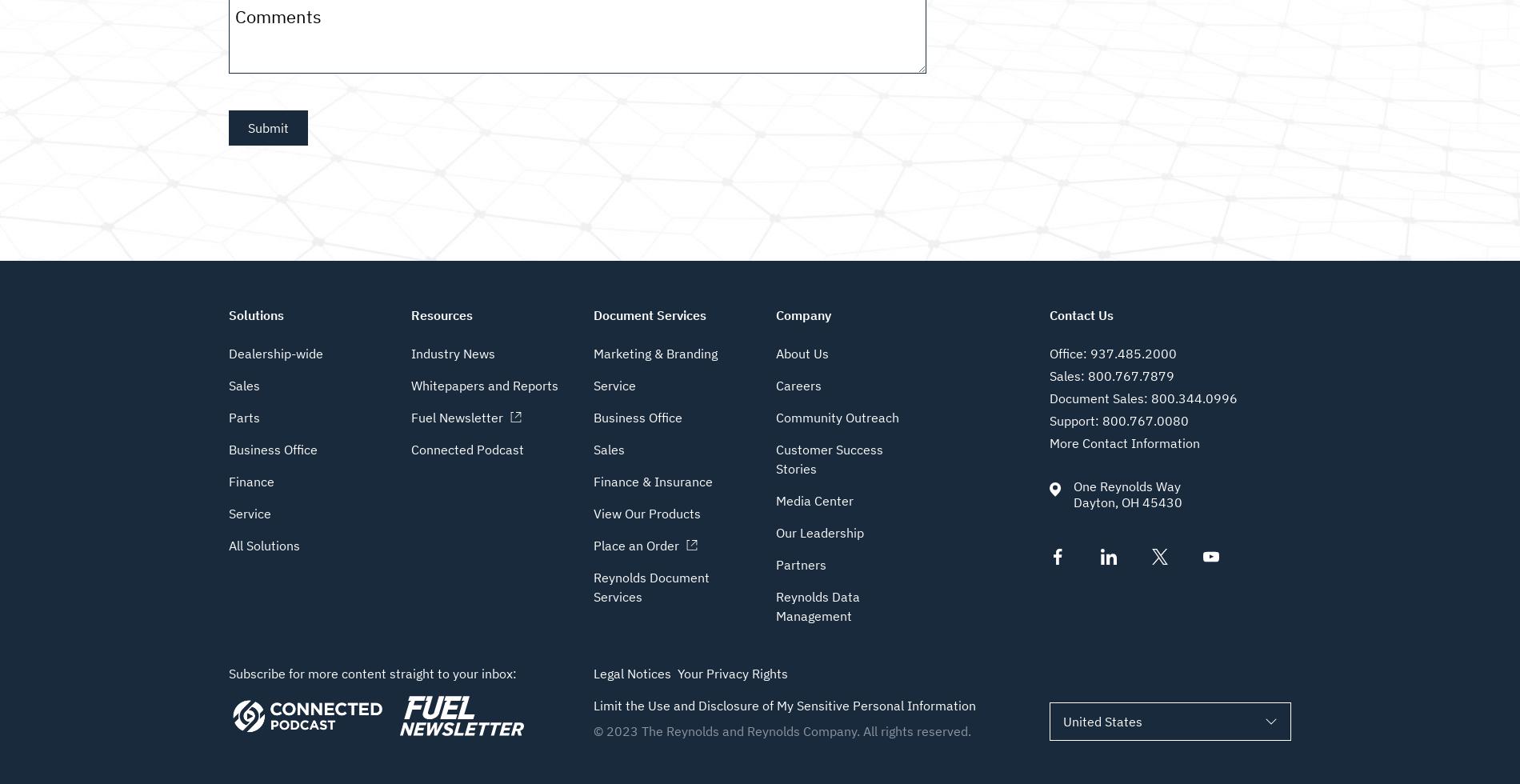 This screenshot has width=1520, height=784. I want to click on '800.344.0996', so click(1194, 398).